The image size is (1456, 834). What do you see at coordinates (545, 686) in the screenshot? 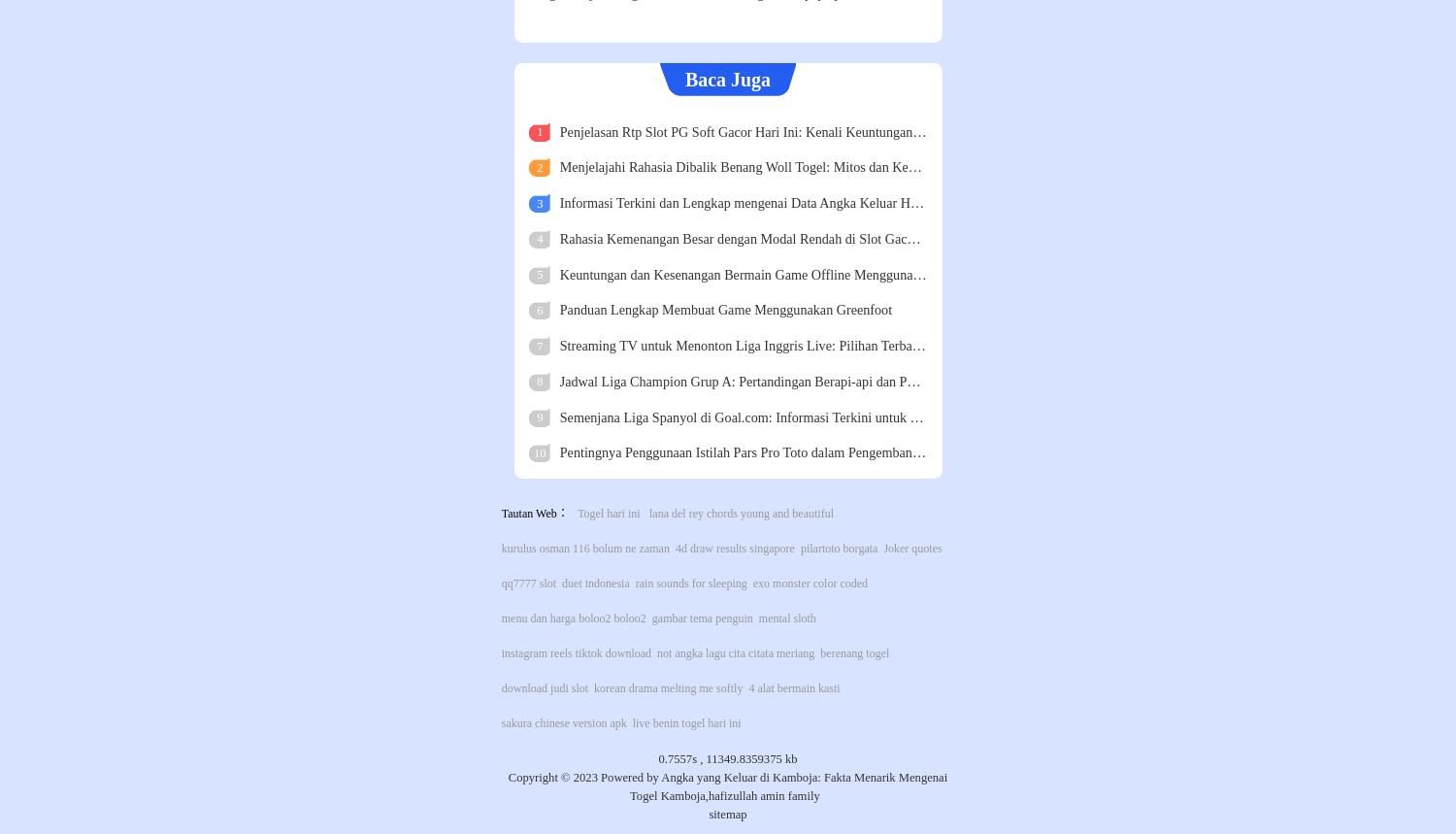
I see `'download judi slot'` at bounding box center [545, 686].